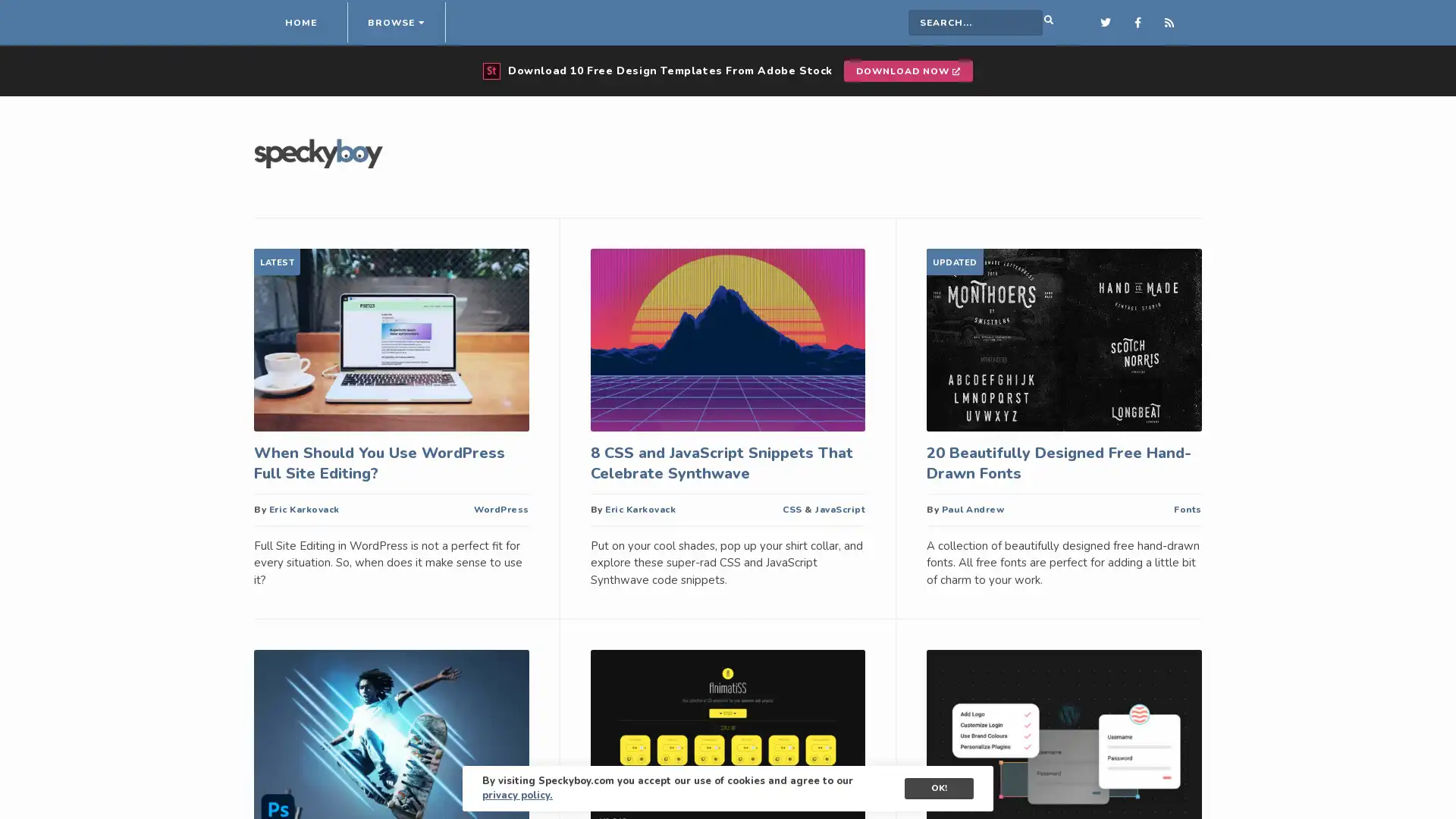 The image size is (1456, 819). Describe the element at coordinates (517, 795) in the screenshot. I see `learn more about cookies` at that location.